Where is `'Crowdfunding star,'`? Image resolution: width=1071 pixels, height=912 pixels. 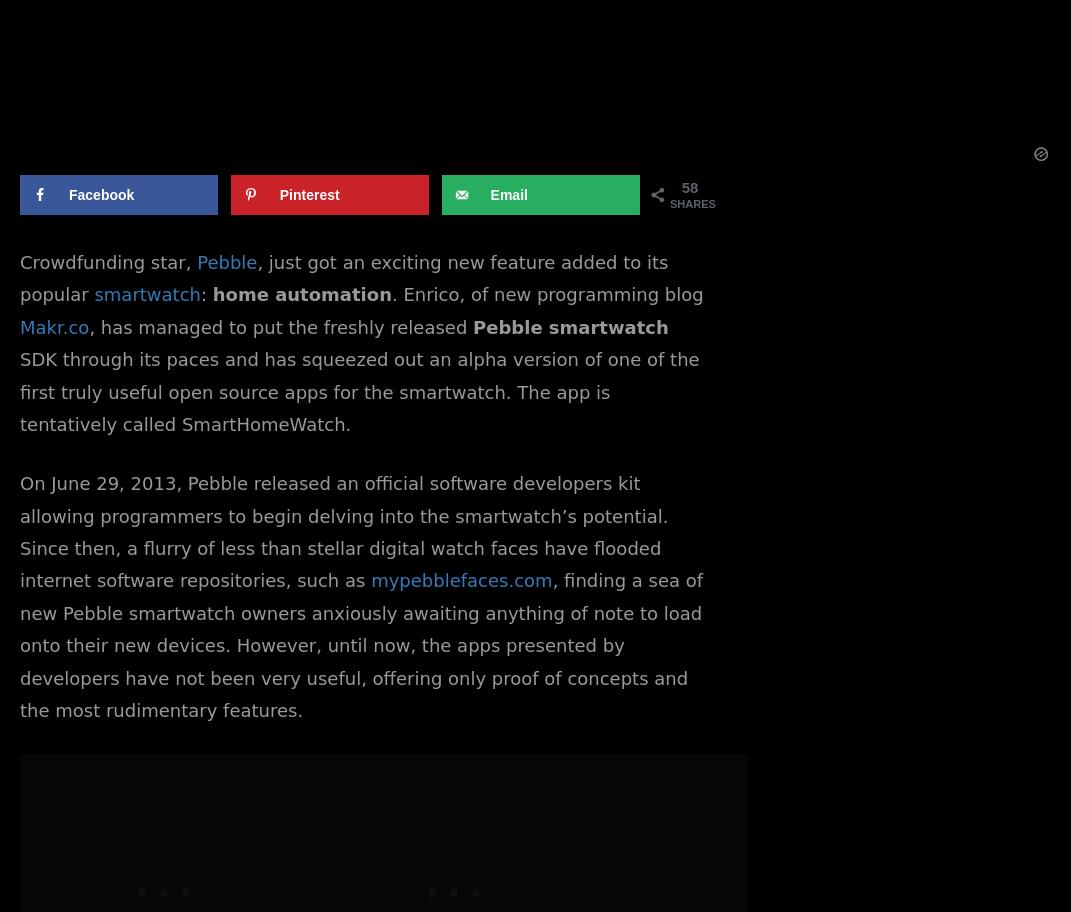
'Crowdfunding star,' is located at coordinates (108, 261).